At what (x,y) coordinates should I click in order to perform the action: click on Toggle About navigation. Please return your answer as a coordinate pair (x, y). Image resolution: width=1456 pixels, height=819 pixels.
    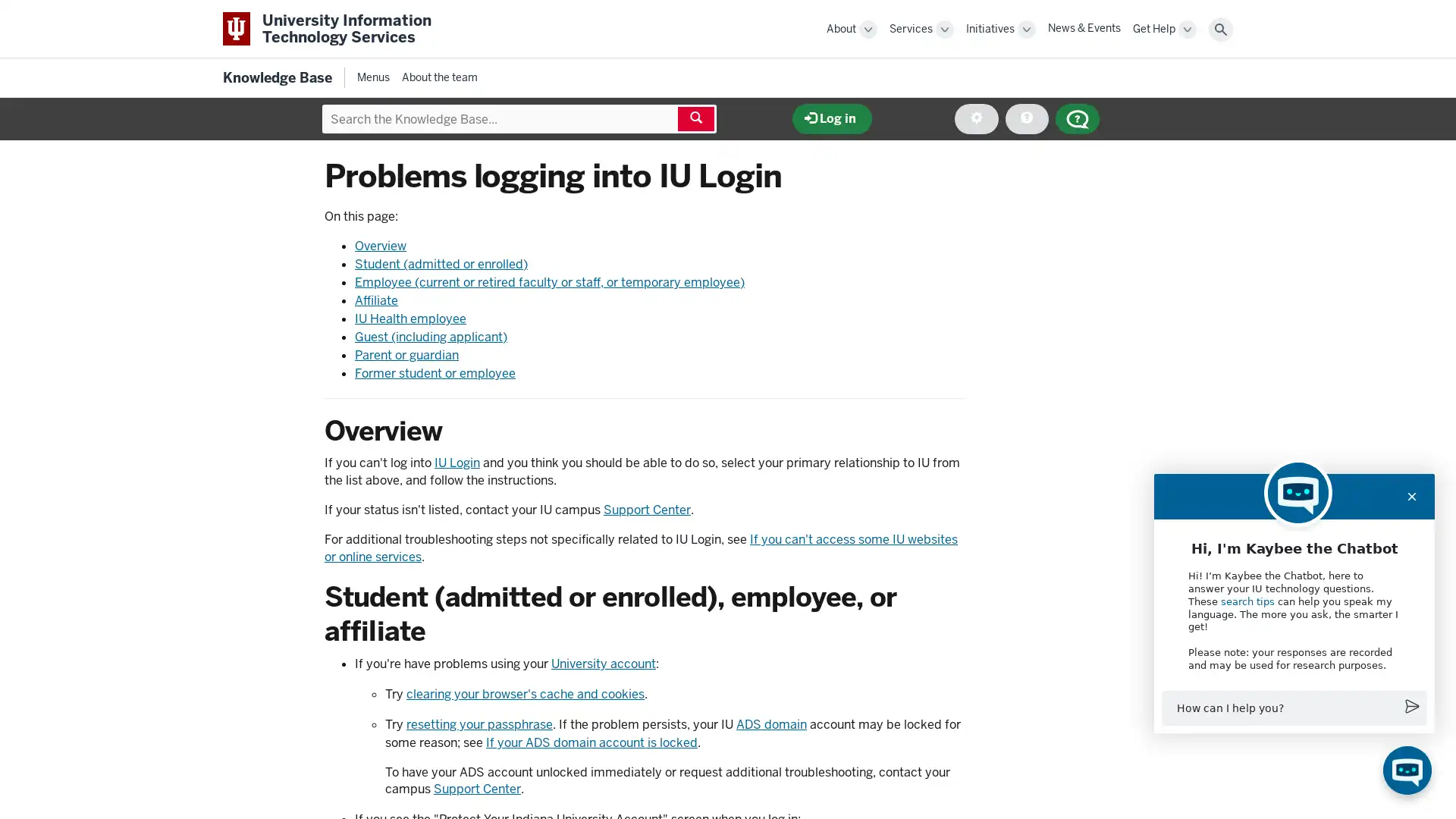
    Looking at the image, I should click on (868, 29).